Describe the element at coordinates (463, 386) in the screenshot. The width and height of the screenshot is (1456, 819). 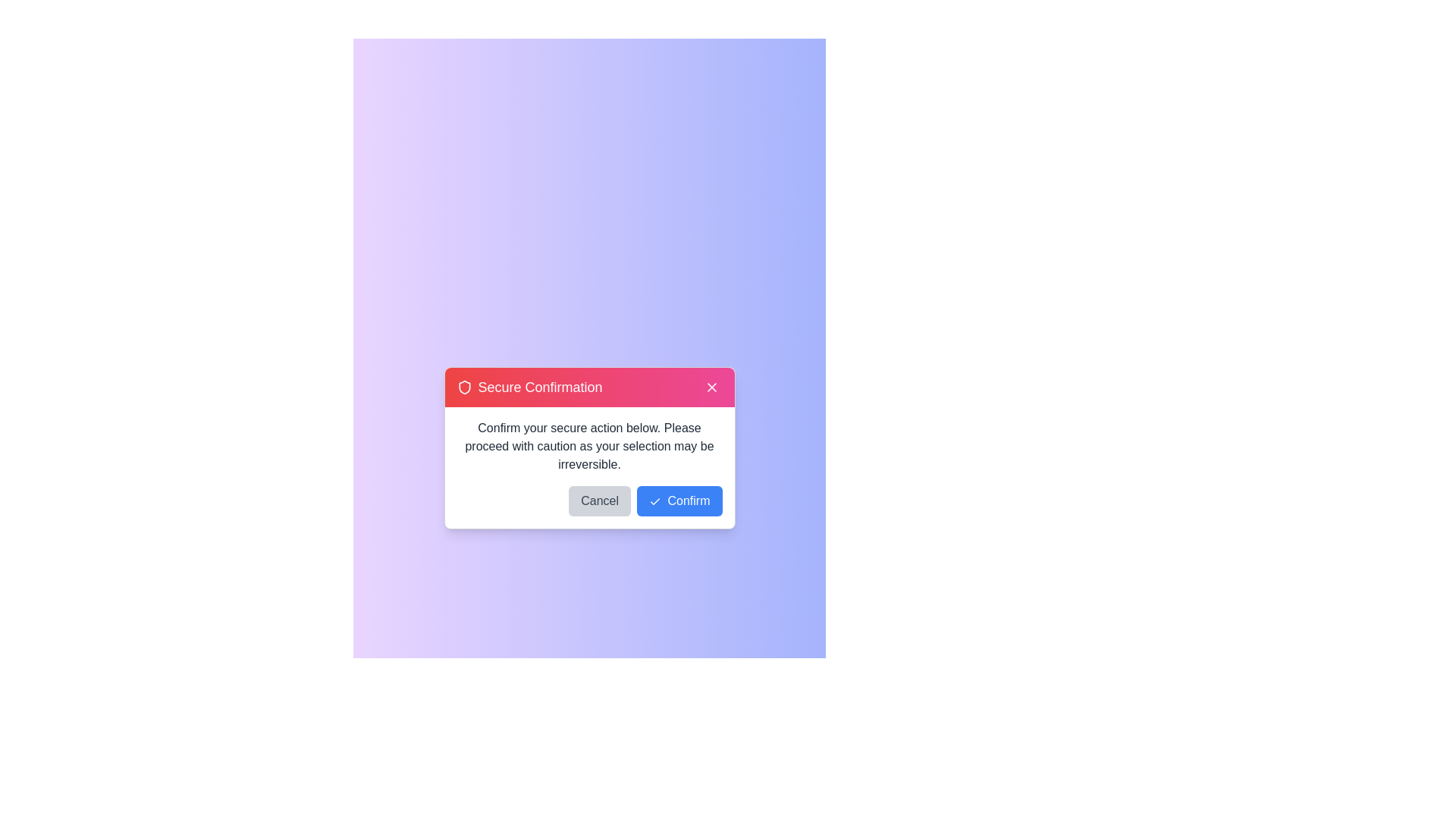
I see `the Vector icon (shield graphic) located on the leftmost side of the red header bar of the secure confirmation popup that precedes the text 'Secure Confirmation'` at that location.